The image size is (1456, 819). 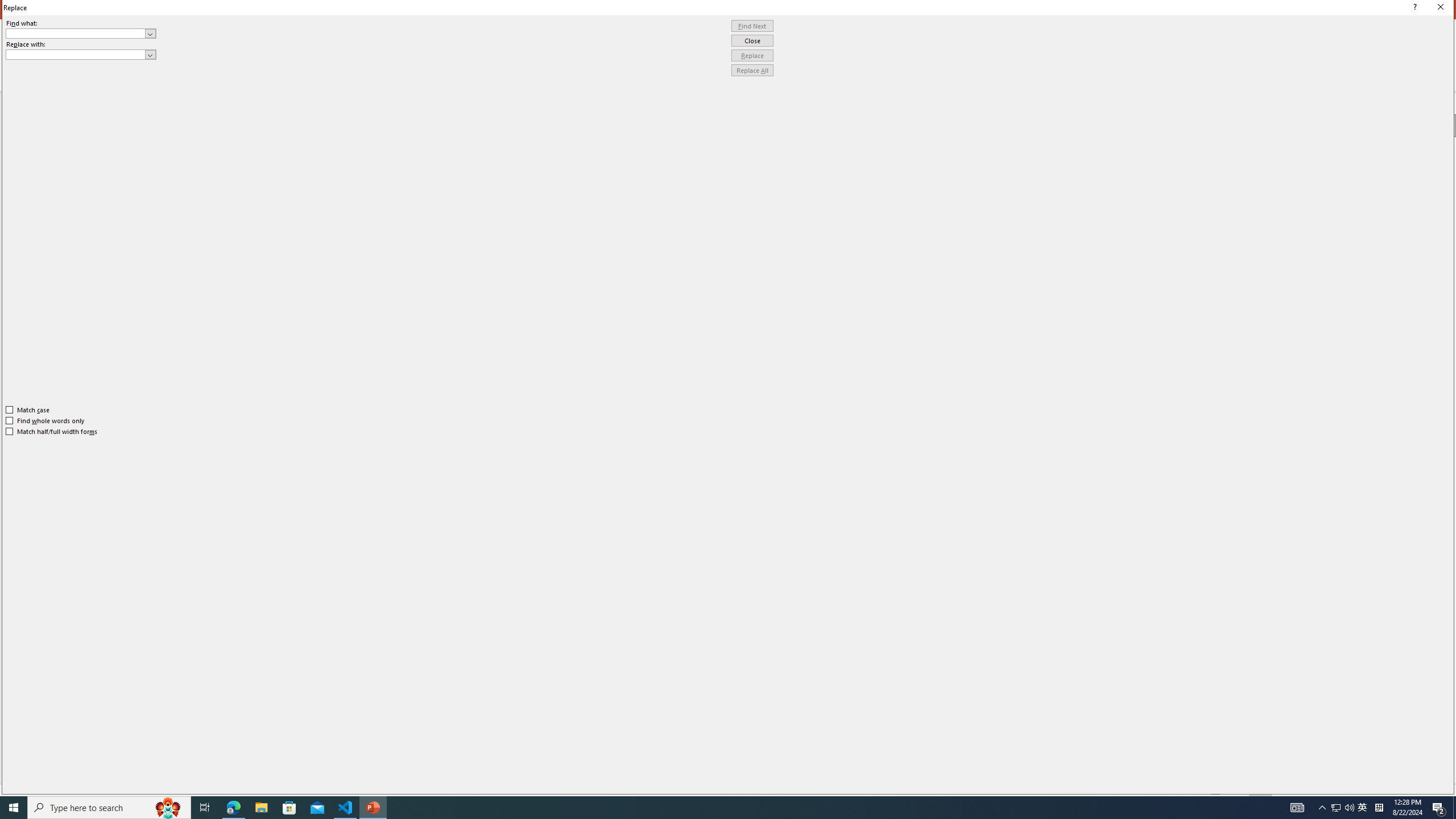 What do you see at coordinates (752, 55) in the screenshot?
I see `'Replace'` at bounding box center [752, 55].